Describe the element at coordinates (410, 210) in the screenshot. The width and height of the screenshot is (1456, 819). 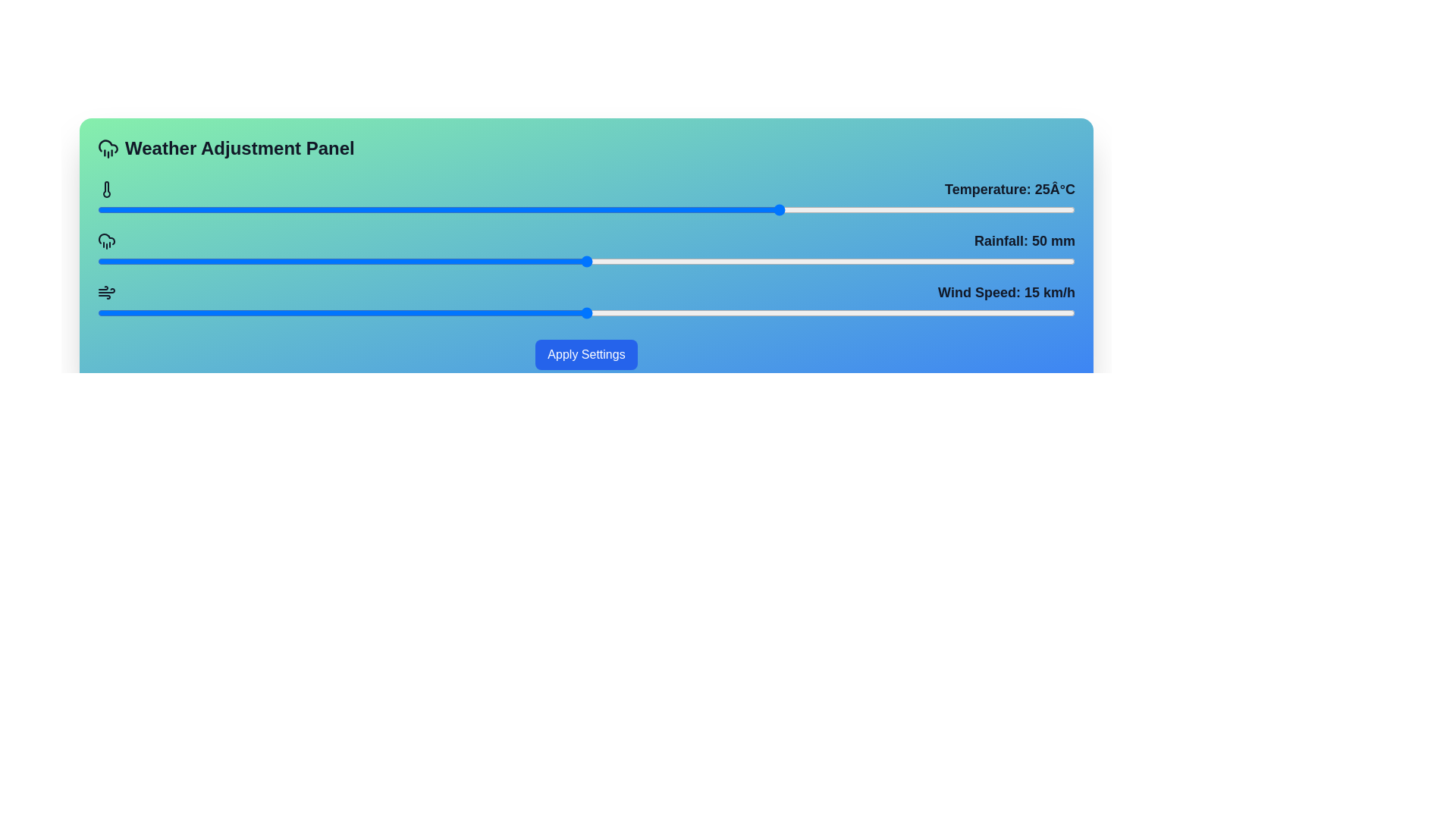
I see `the temperature slider` at that location.